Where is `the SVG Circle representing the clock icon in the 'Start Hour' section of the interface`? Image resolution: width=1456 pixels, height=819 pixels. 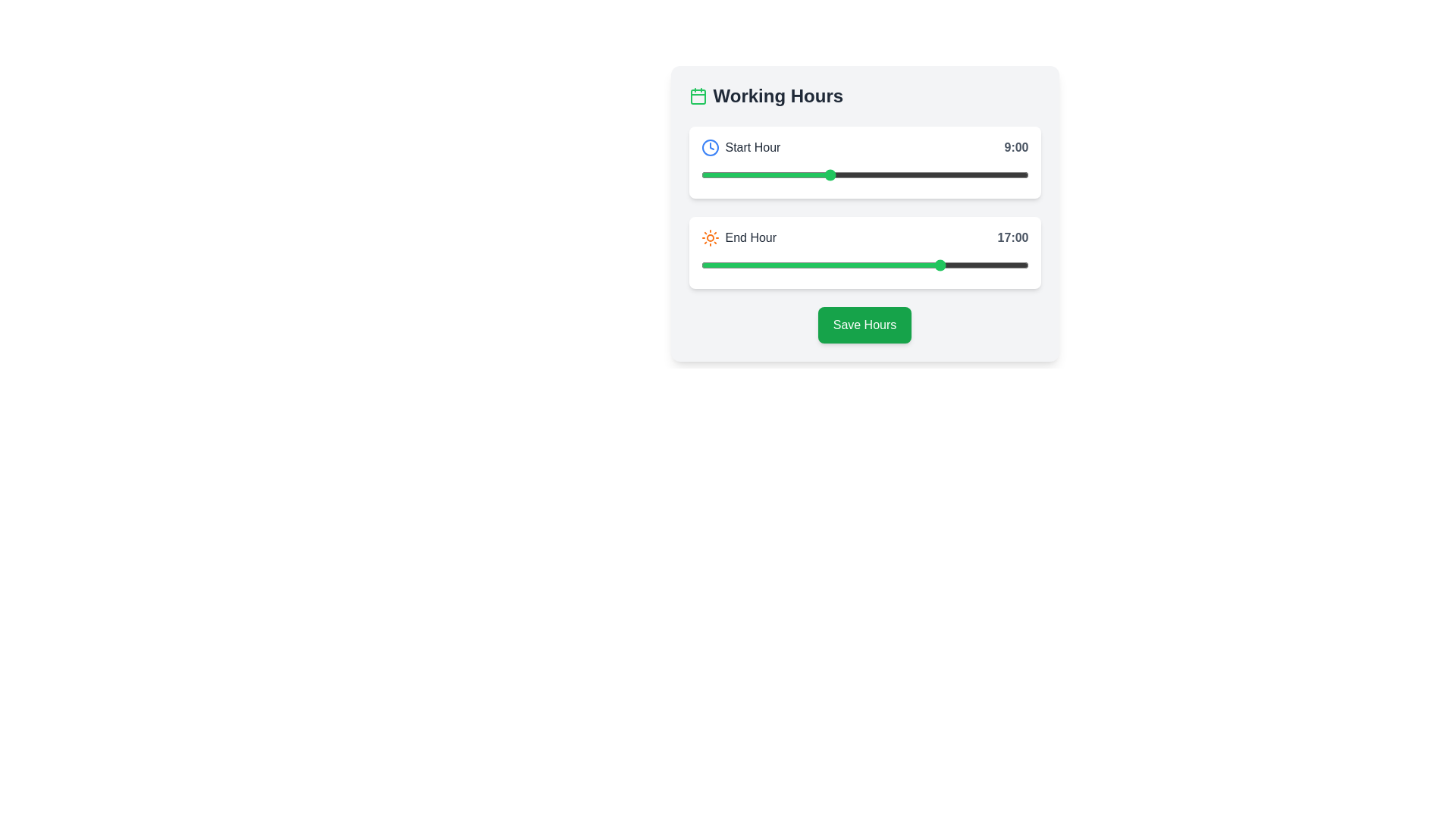 the SVG Circle representing the clock icon in the 'Start Hour' section of the interface is located at coordinates (709, 148).